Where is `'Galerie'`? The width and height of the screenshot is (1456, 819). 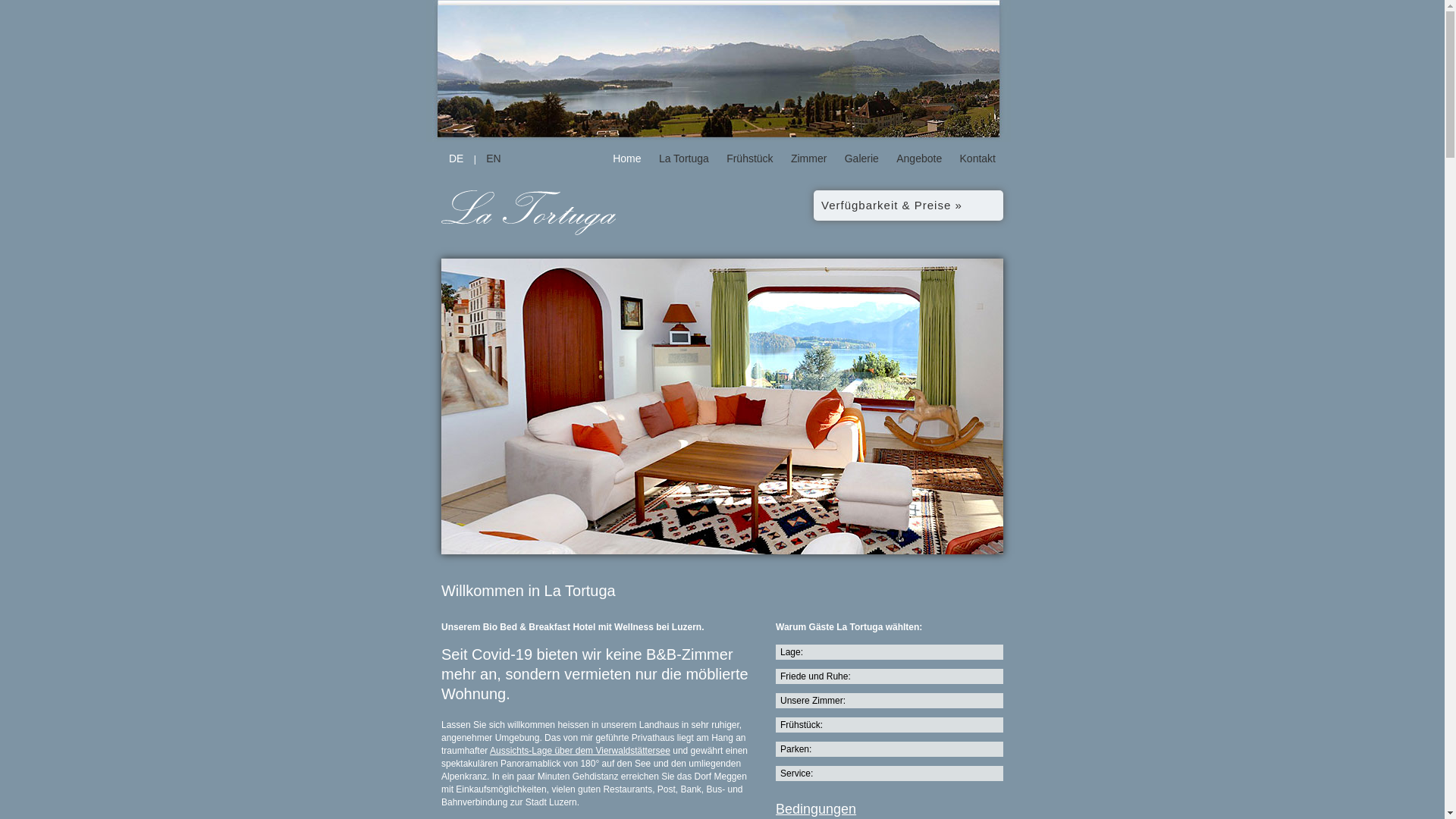 'Galerie' is located at coordinates (861, 158).